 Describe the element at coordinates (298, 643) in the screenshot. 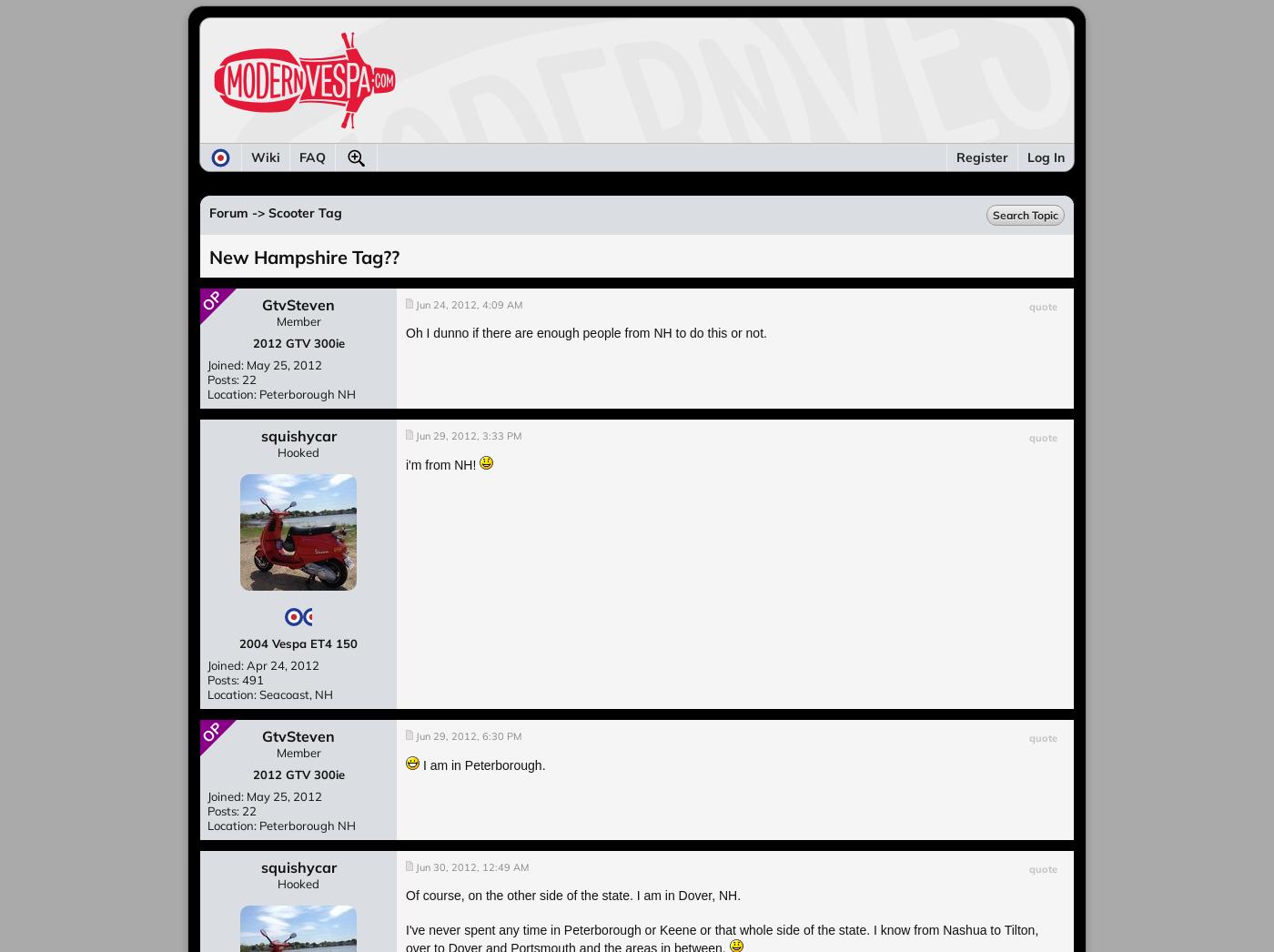

I see `'2004 Vespa ET4 150'` at that location.